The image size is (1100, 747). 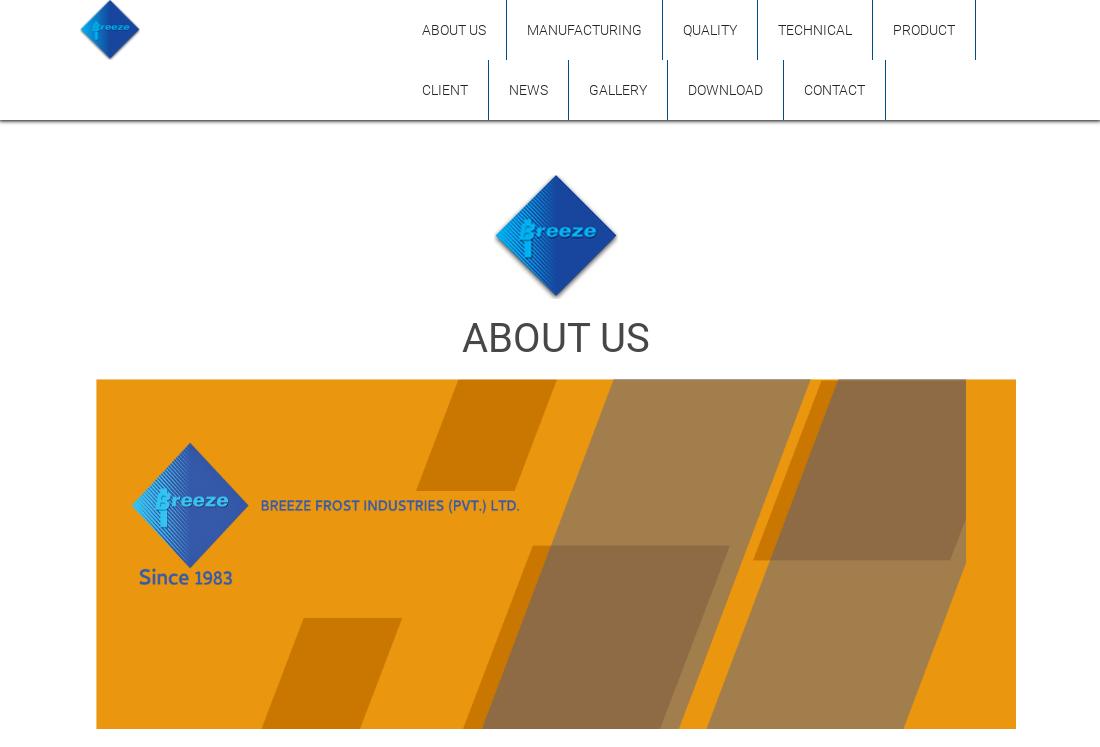 What do you see at coordinates (803, 90) in the screenshot?
I see `'Contact'` at bounding box center [803, 90].